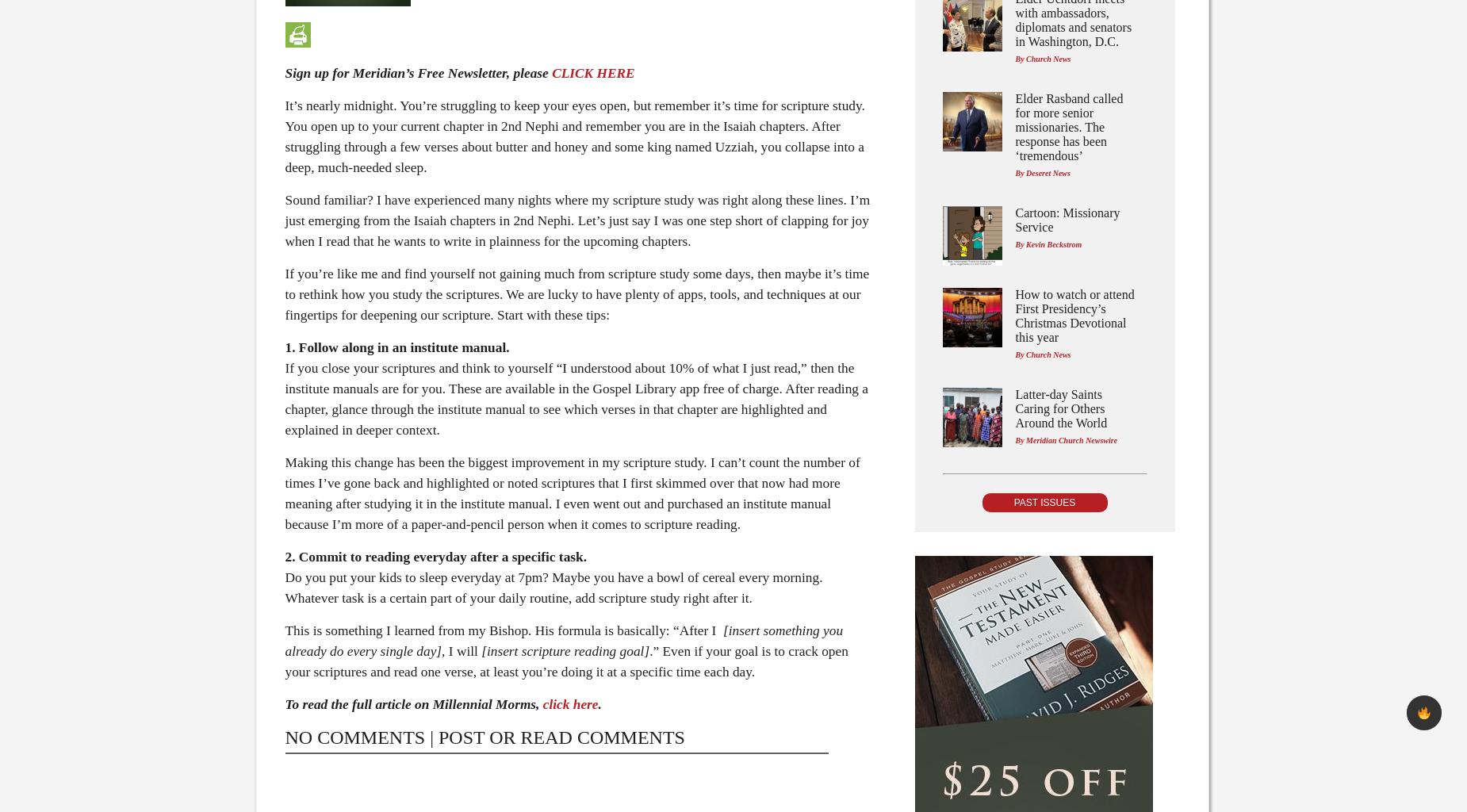 The image size is (1467, 812). I want to click on 'click here', so click(569, 704).